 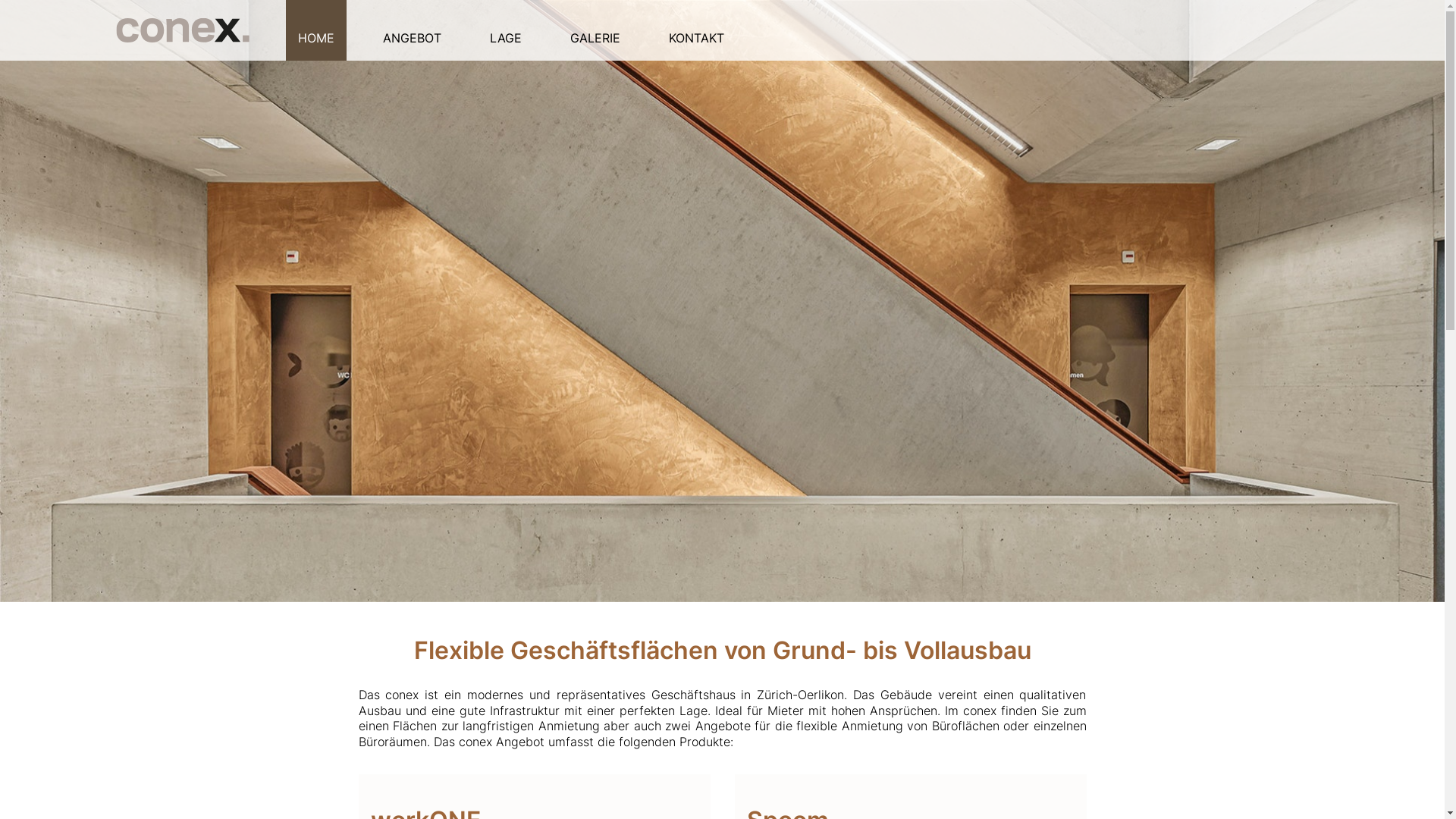 I want to click on 'KONTAKT', so click(x=695, y=30).